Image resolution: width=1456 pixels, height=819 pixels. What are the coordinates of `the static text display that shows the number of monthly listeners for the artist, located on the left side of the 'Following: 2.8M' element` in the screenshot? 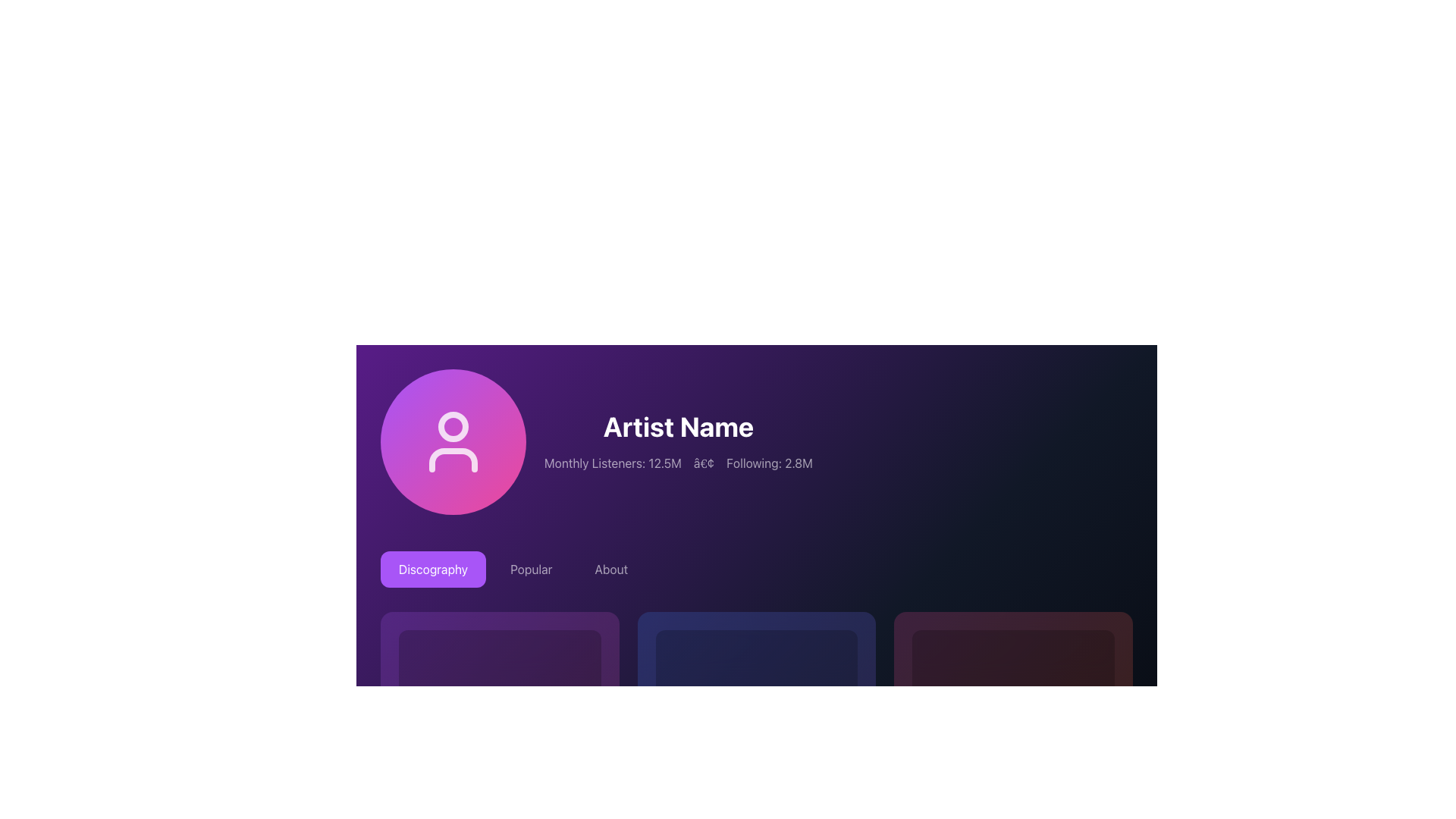 It's located at (613, 462).